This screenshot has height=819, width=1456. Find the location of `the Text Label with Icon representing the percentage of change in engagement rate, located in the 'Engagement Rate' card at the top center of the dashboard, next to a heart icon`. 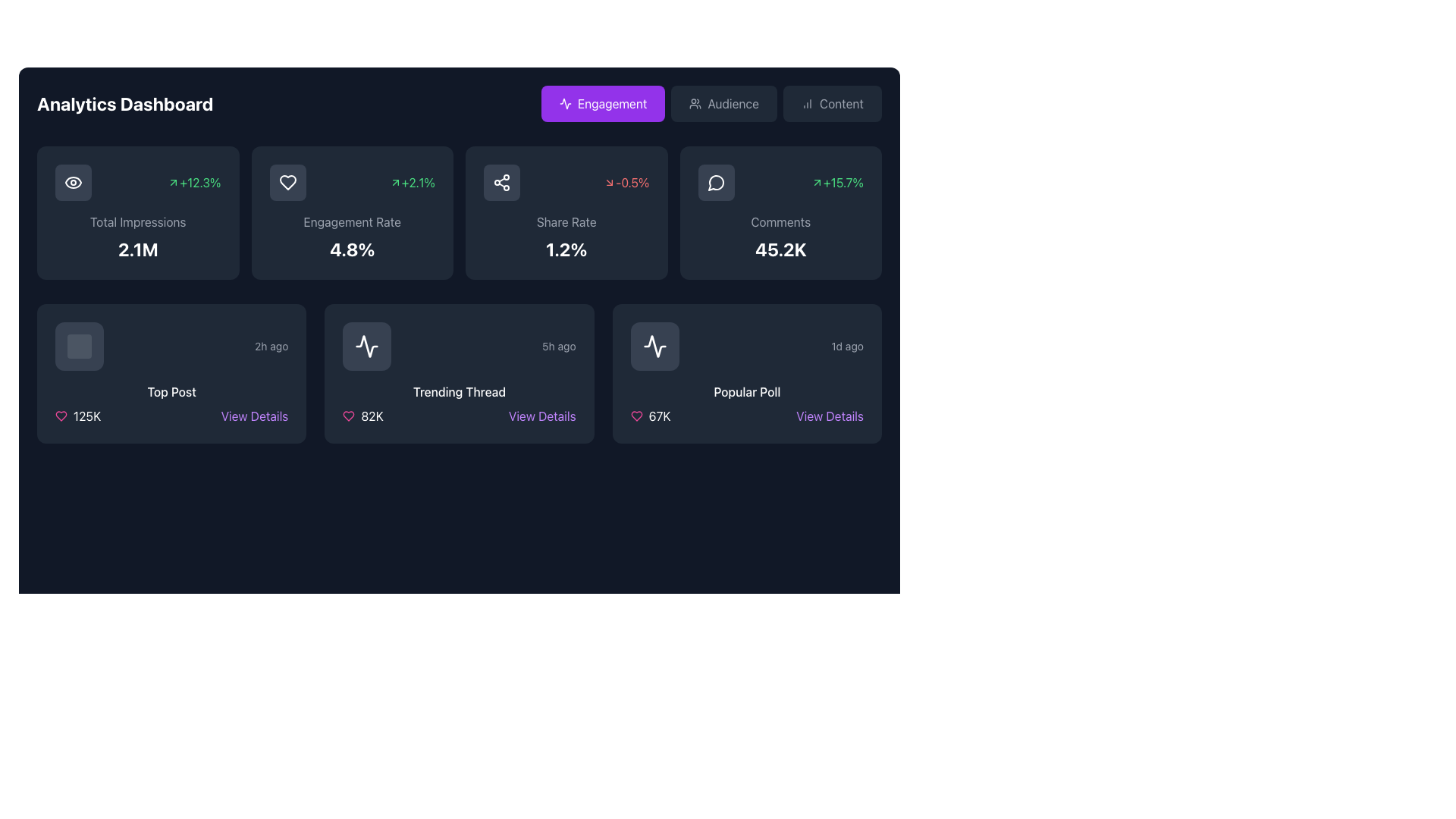

the Text Label with Icon representing the percentage of change in engagement rate, located in the 'Engagement Rate' card at the top center of the dashboard, next to a heart icon is located at coordinates (412, 181).